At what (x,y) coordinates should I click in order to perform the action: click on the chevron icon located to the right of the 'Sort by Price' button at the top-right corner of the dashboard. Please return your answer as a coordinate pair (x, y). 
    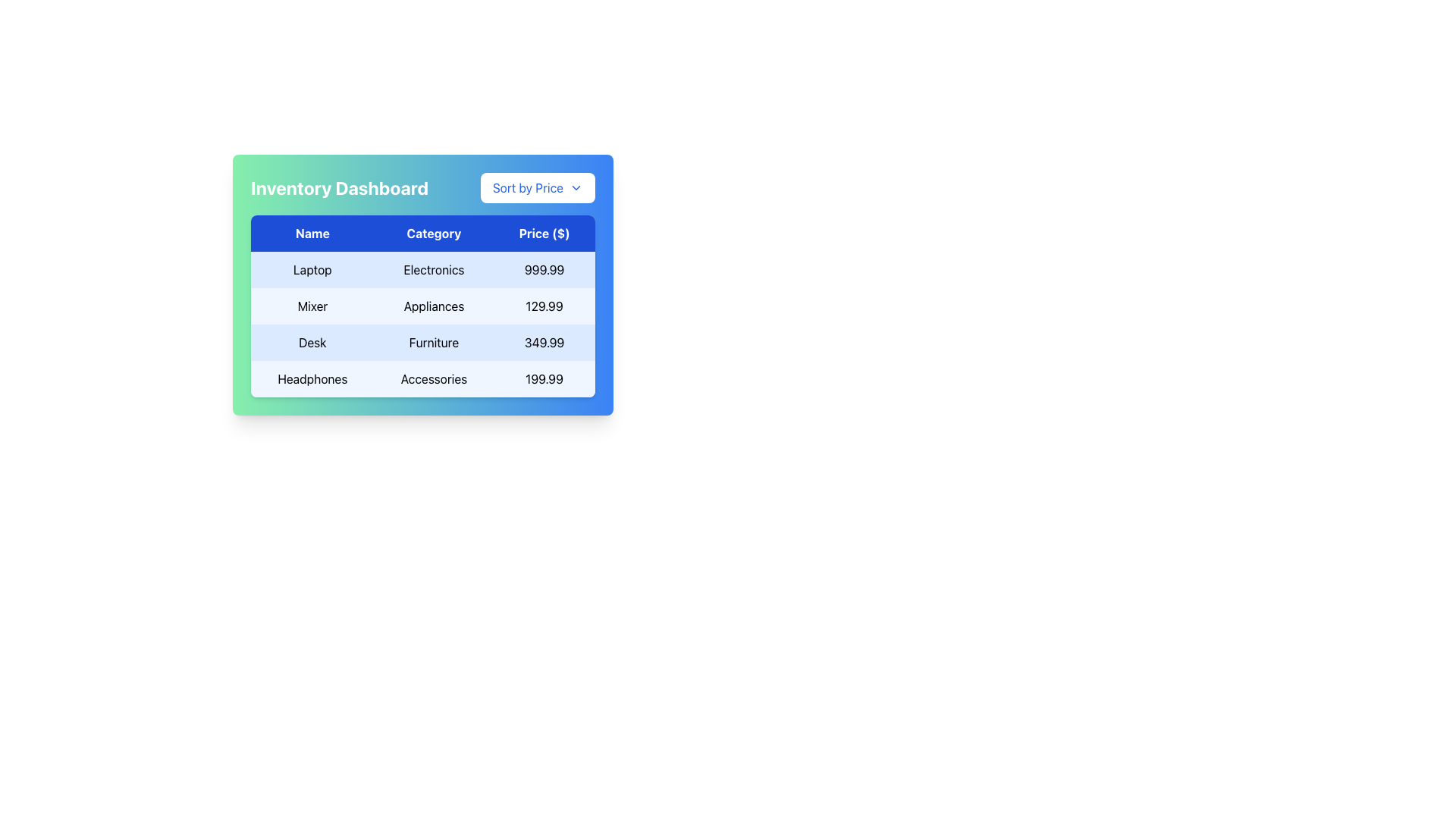
    Looking at the image, I should click on (575, 187).